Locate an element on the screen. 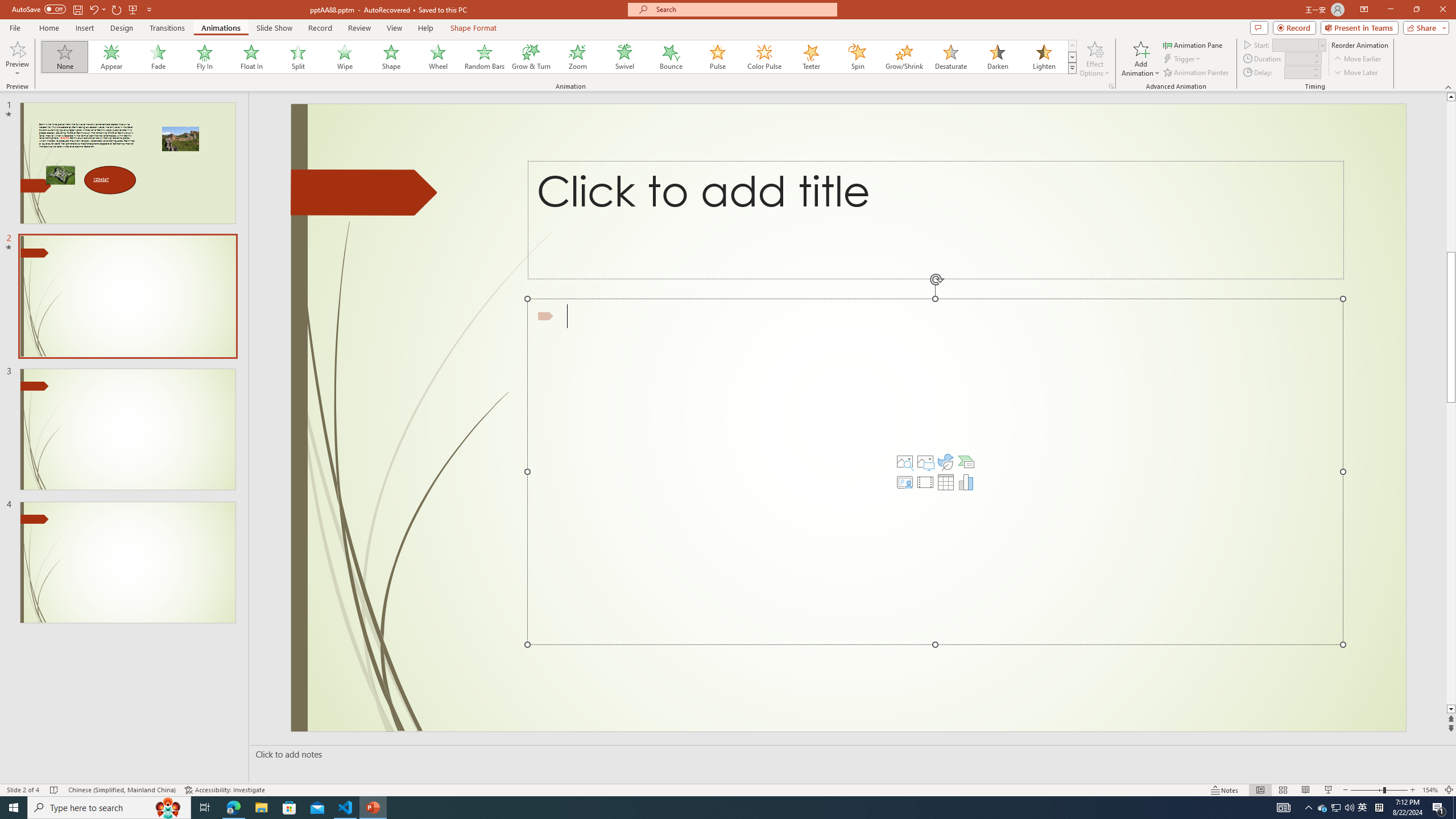 Image resolution: width=1456 pixels, height=819 pixels. 'Zoom 154%' is located at coordinates (1430, 790).